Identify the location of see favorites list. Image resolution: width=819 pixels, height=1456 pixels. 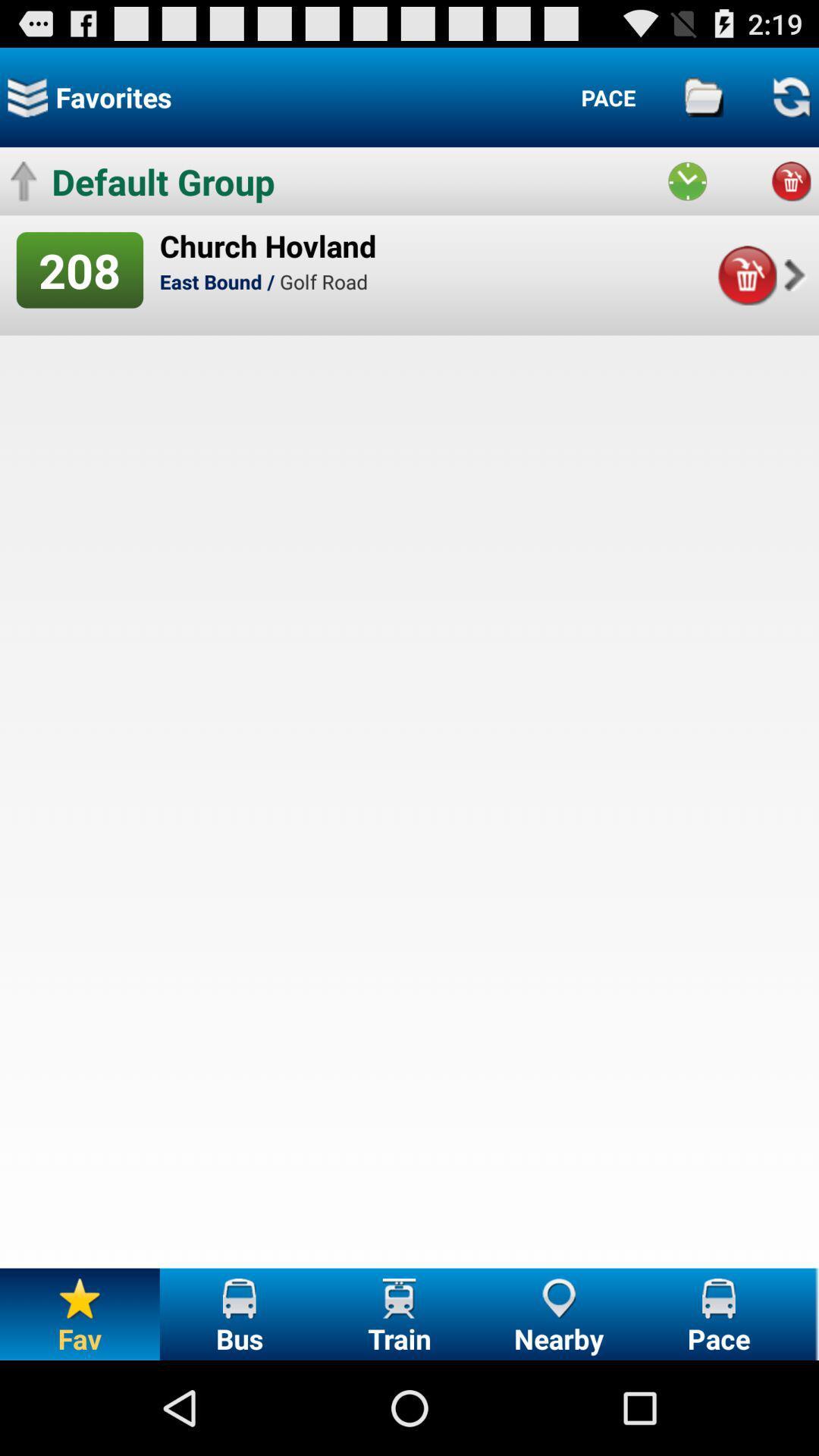
(27, 96).